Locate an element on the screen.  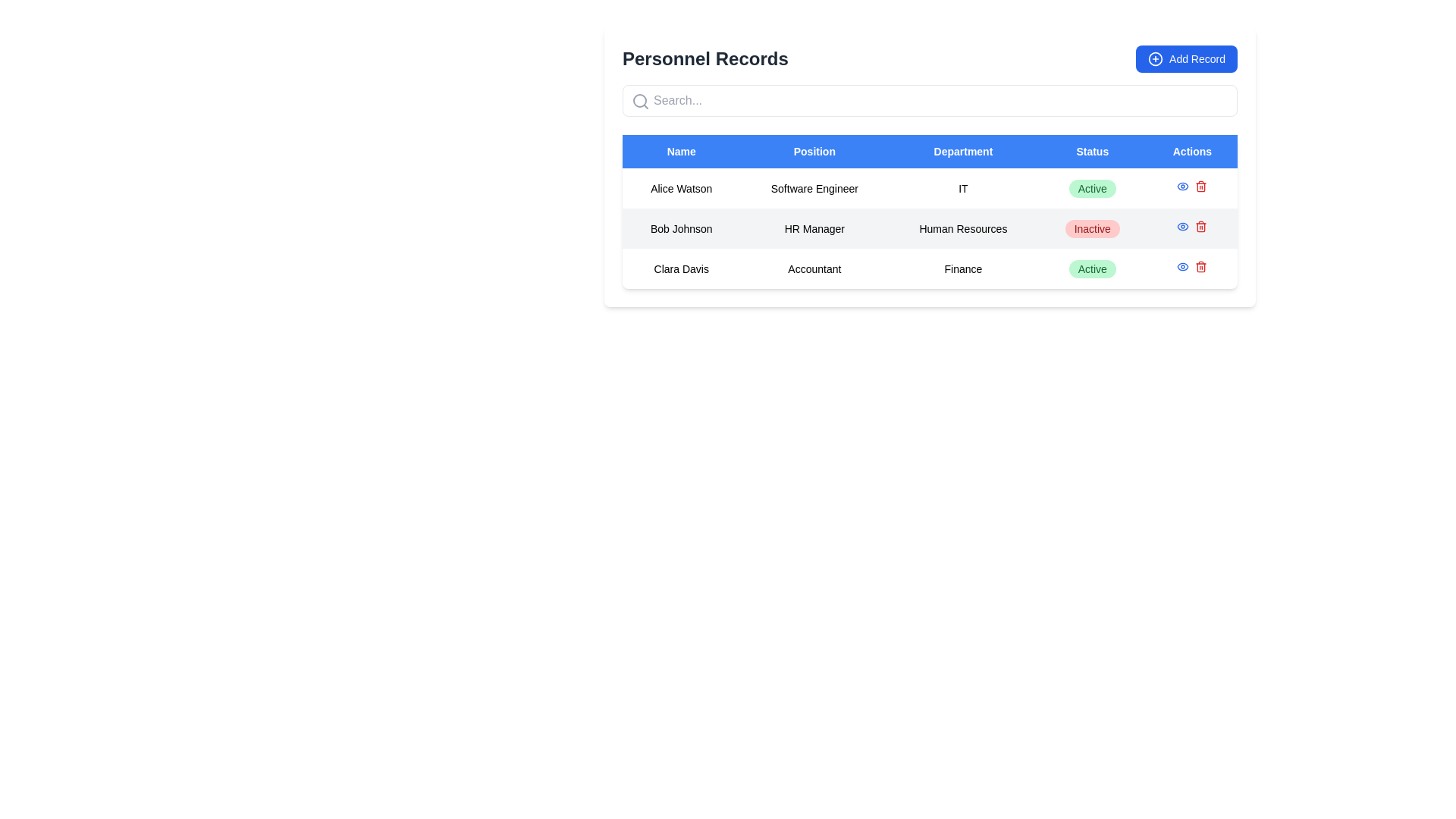
the Text label displaying the job position title 'HR Manager' located in the 'Position' column of the 'Personnel Records' table for 'Bob Johnson' is located at coordinates (814, 228).